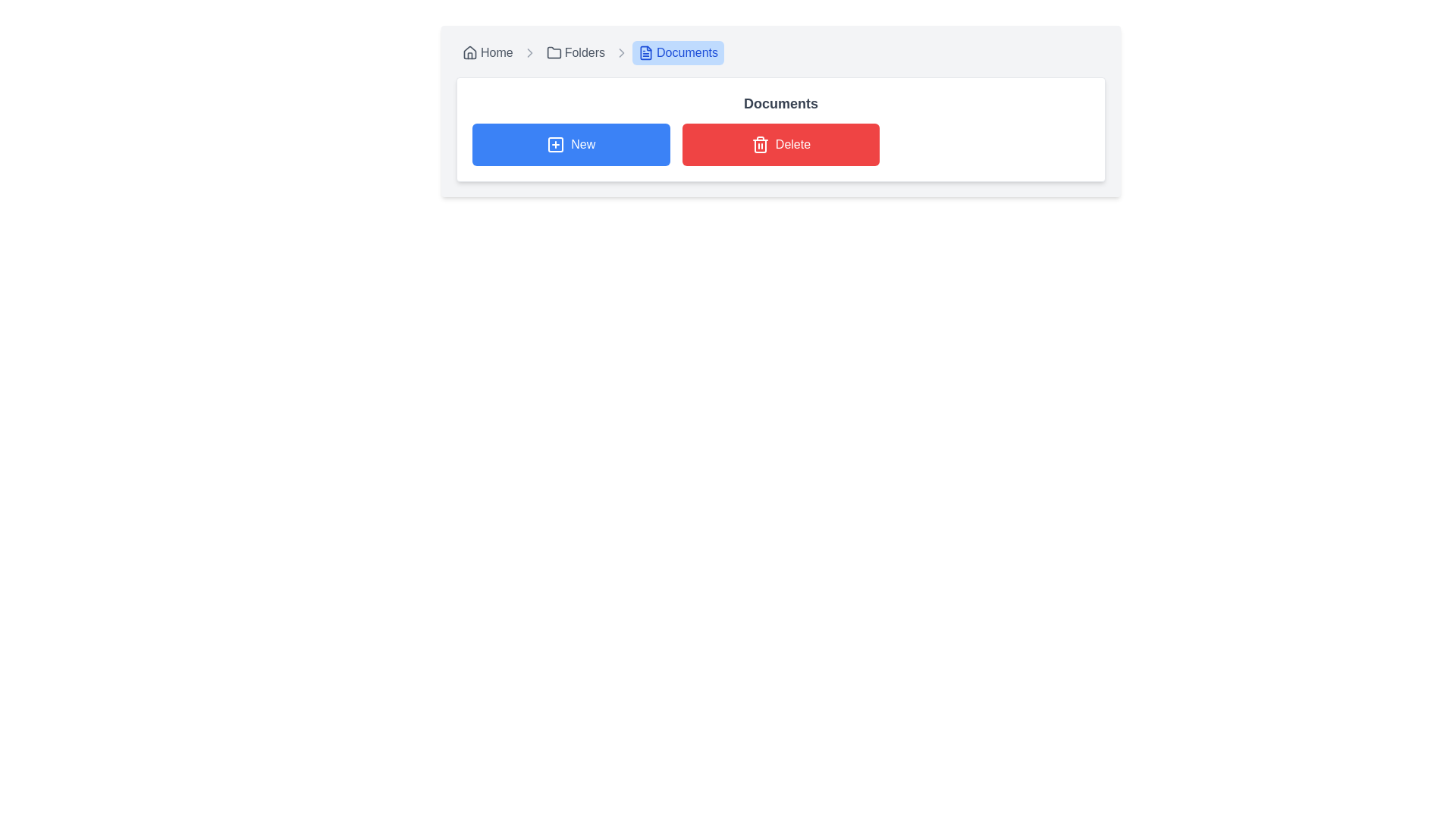 This screenshot has width=1456, height=819. Describe the element at coordinates (553, 52) in the screenshot. I see `the breadcrumb navigation icon that visually represents the 'Folders' section, positioned between 'Home' and 'Documents'` at that location.